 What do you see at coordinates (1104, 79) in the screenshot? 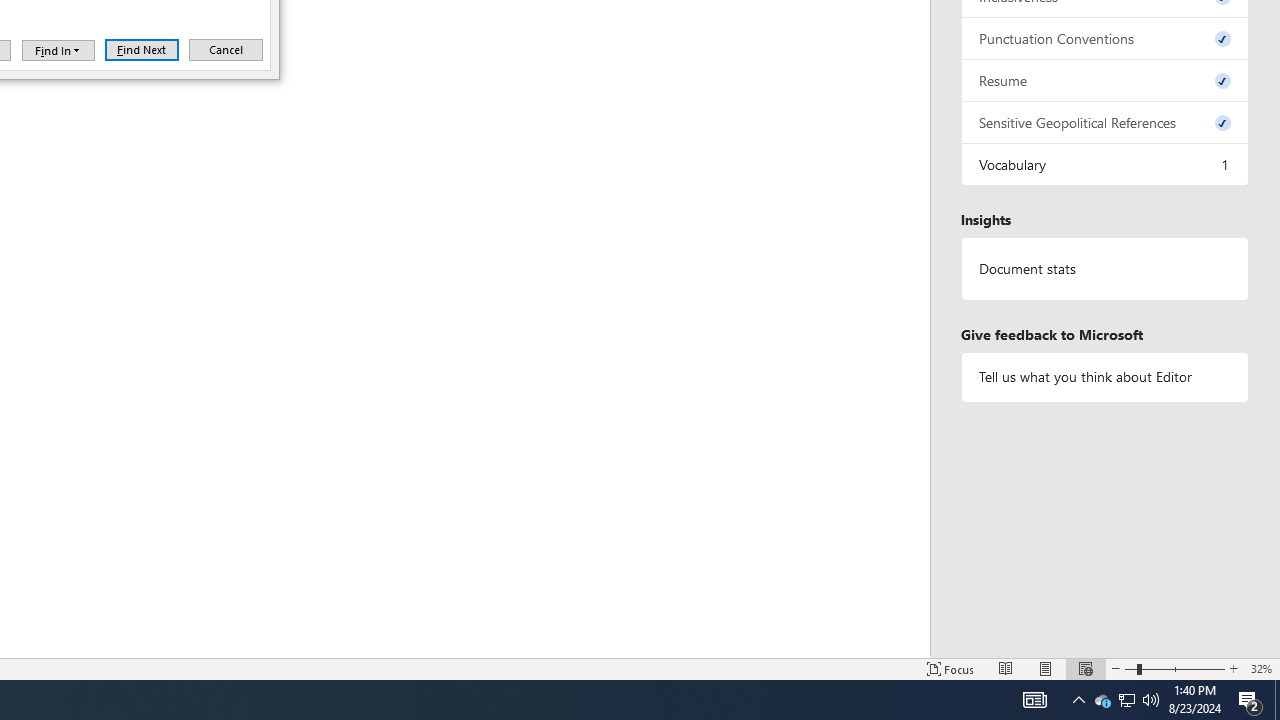
I see `'Resume, 0 issues. Press space or enter to review items.'` at bounding box center [1104, 79].